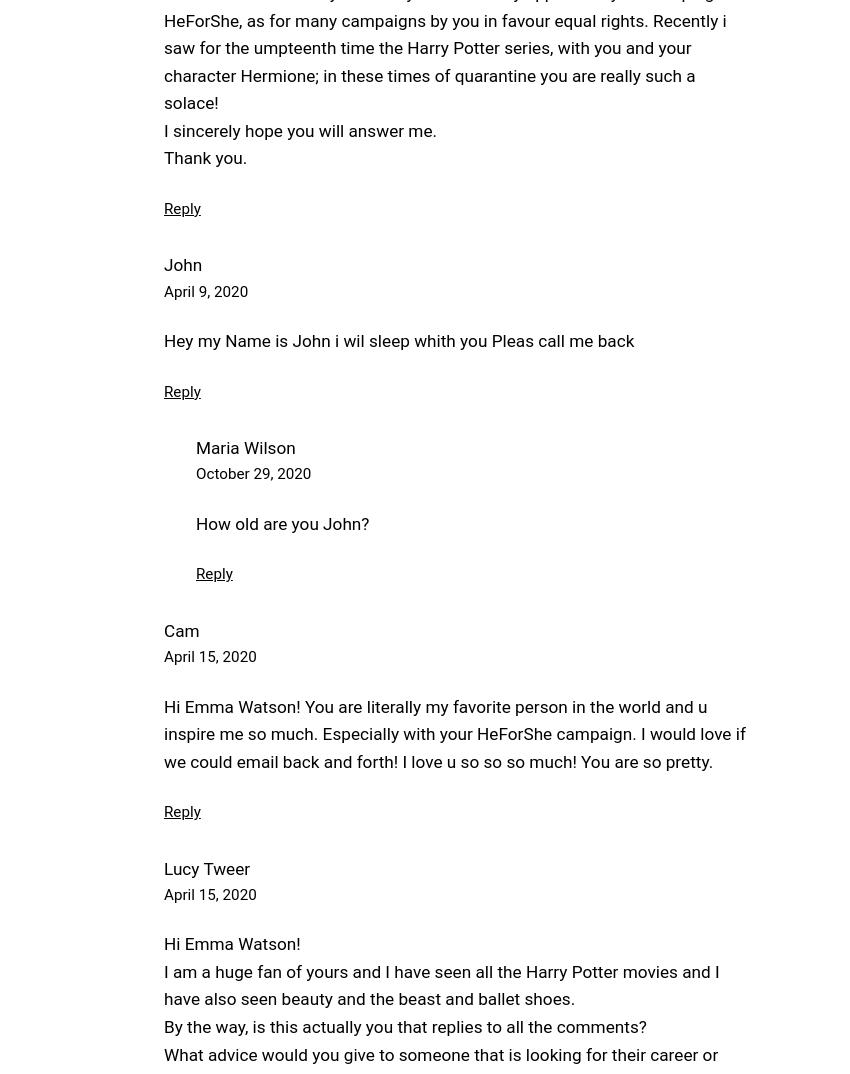 Image resolution: width=850 pixels, height=1074 pixels. Describe the element at coordinates (405, 1026) in the screenshot. I see `'By the way, is this actually you that replies to all the comments?'` at that location.